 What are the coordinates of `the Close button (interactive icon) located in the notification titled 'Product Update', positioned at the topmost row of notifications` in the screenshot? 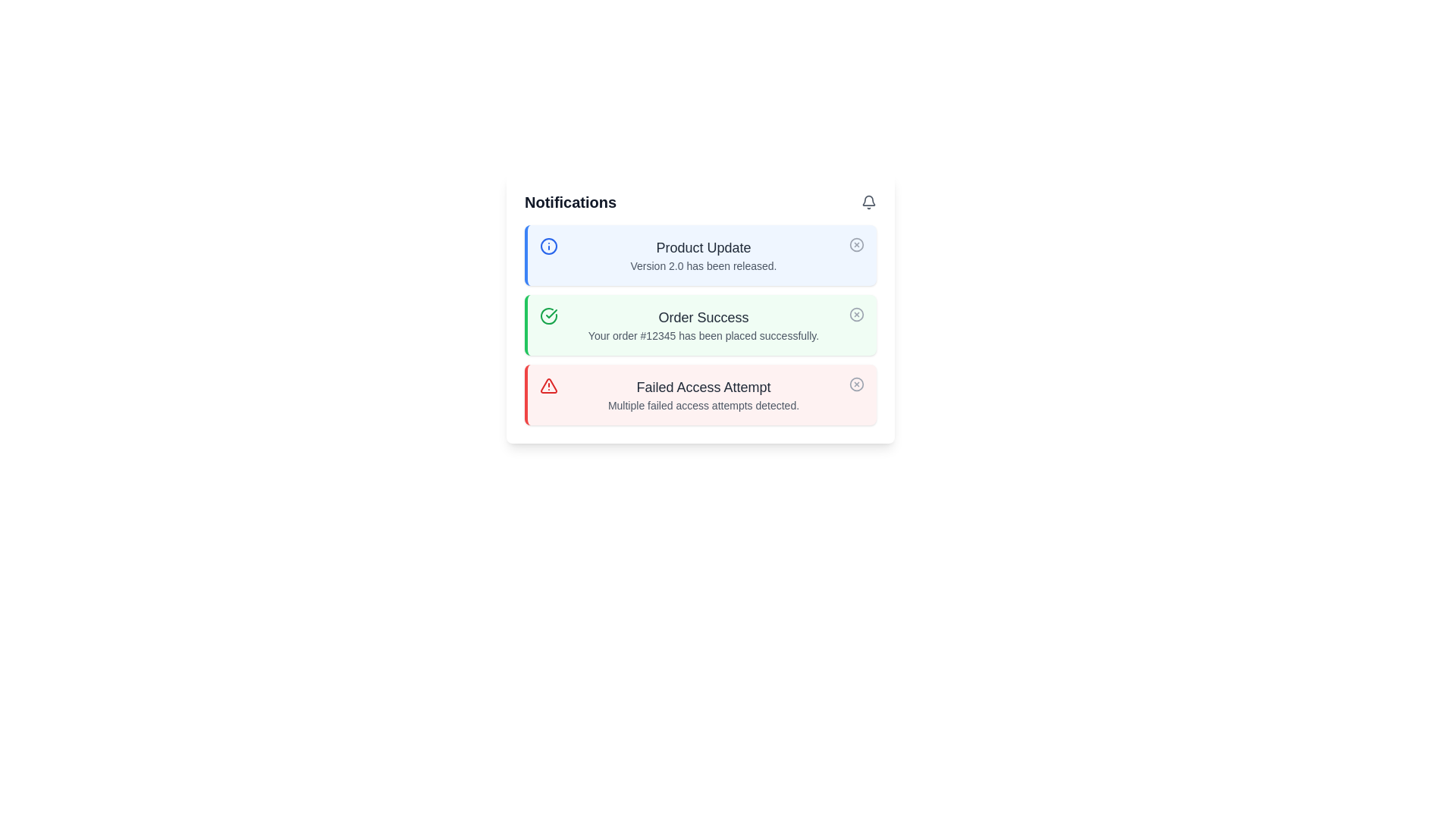 It's located at (856, 244).